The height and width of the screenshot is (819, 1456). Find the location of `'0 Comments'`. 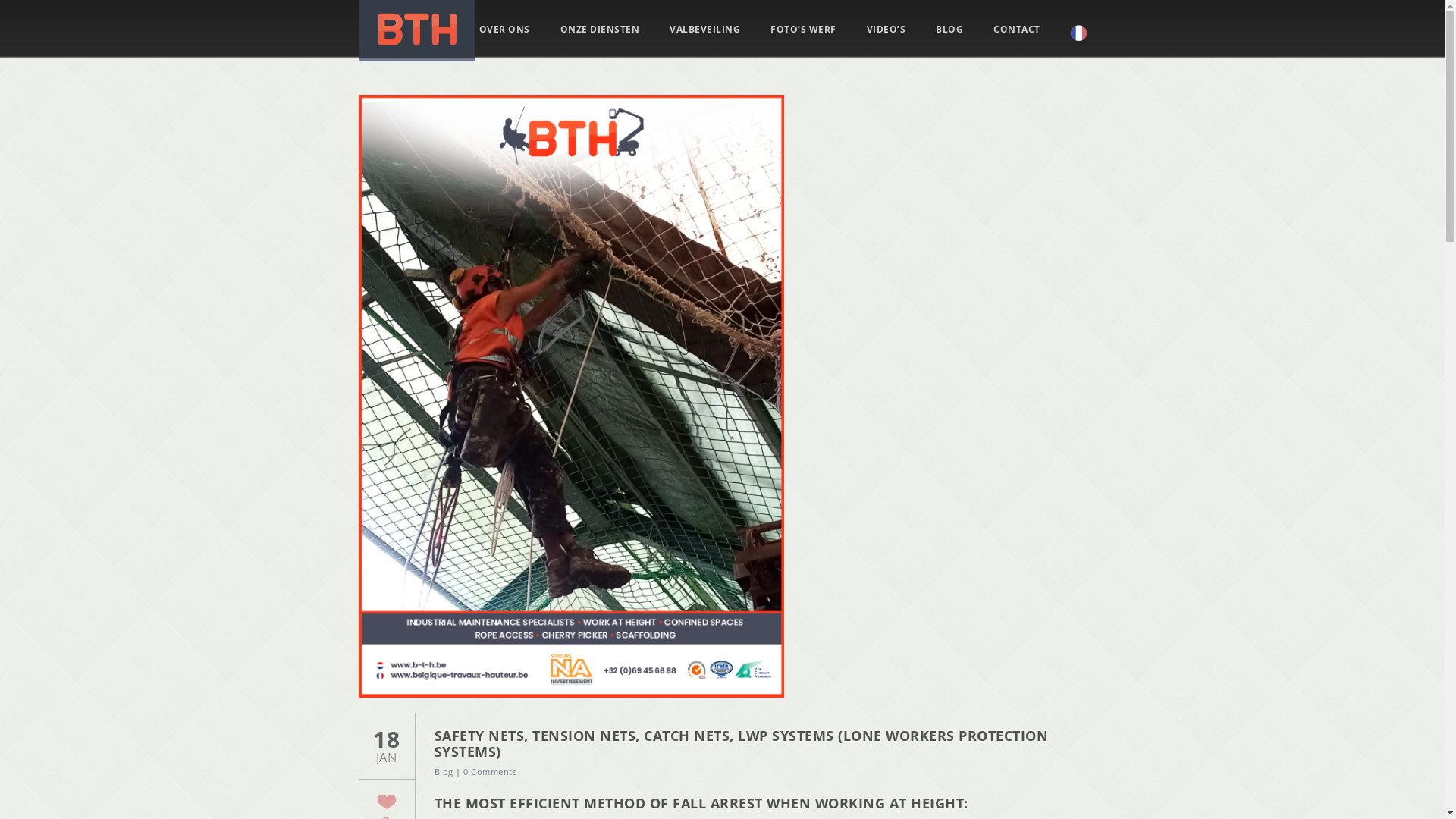

'0 Comments' is located at coordinates (490, 771).